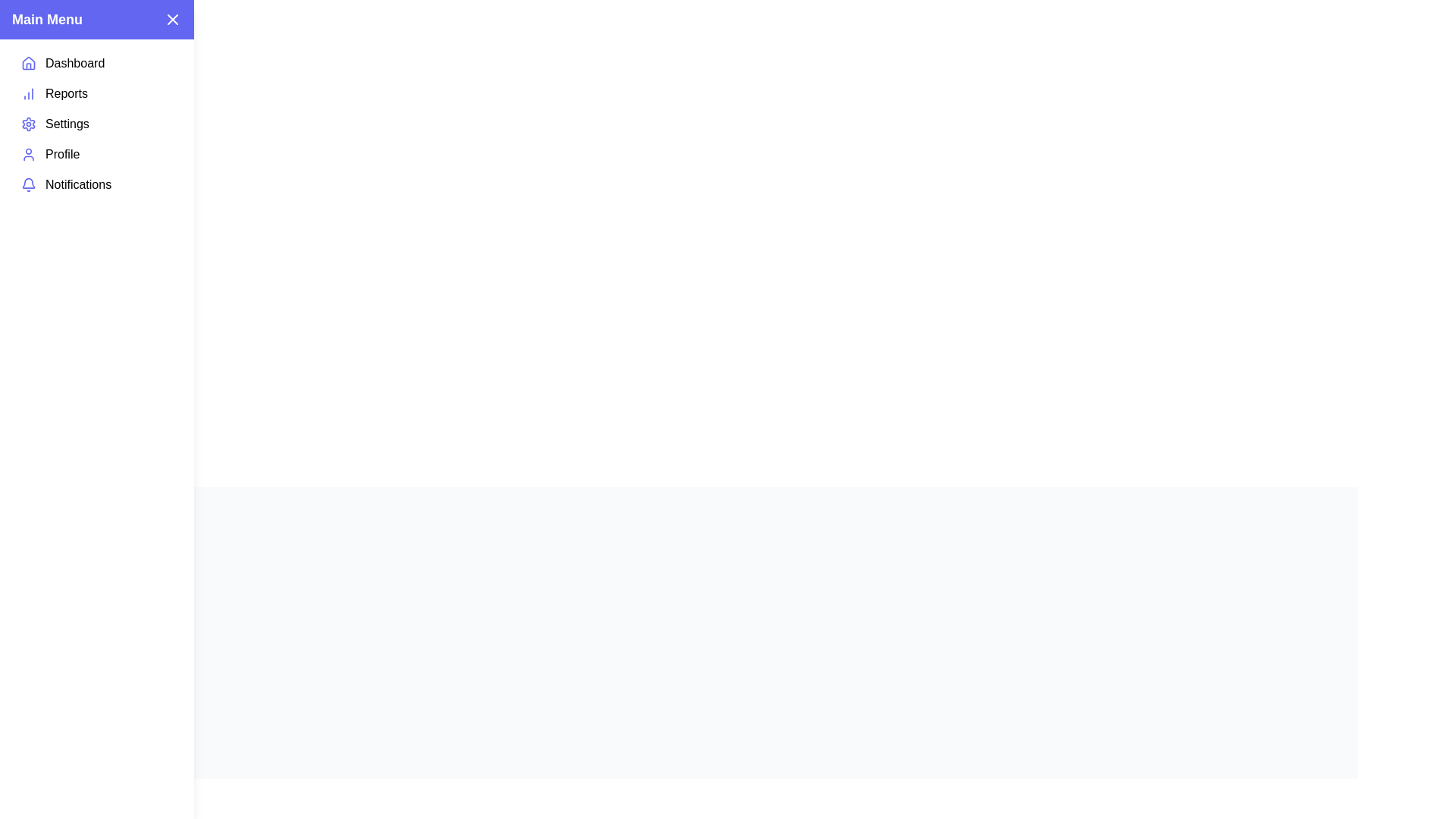 The height and width of the screenshot is (819, 1456). I want to click on the 'Main Menu' text label, which is displayed in bold white font on a purple background at the top of the sidebar navigation bar, so click(47, 20).